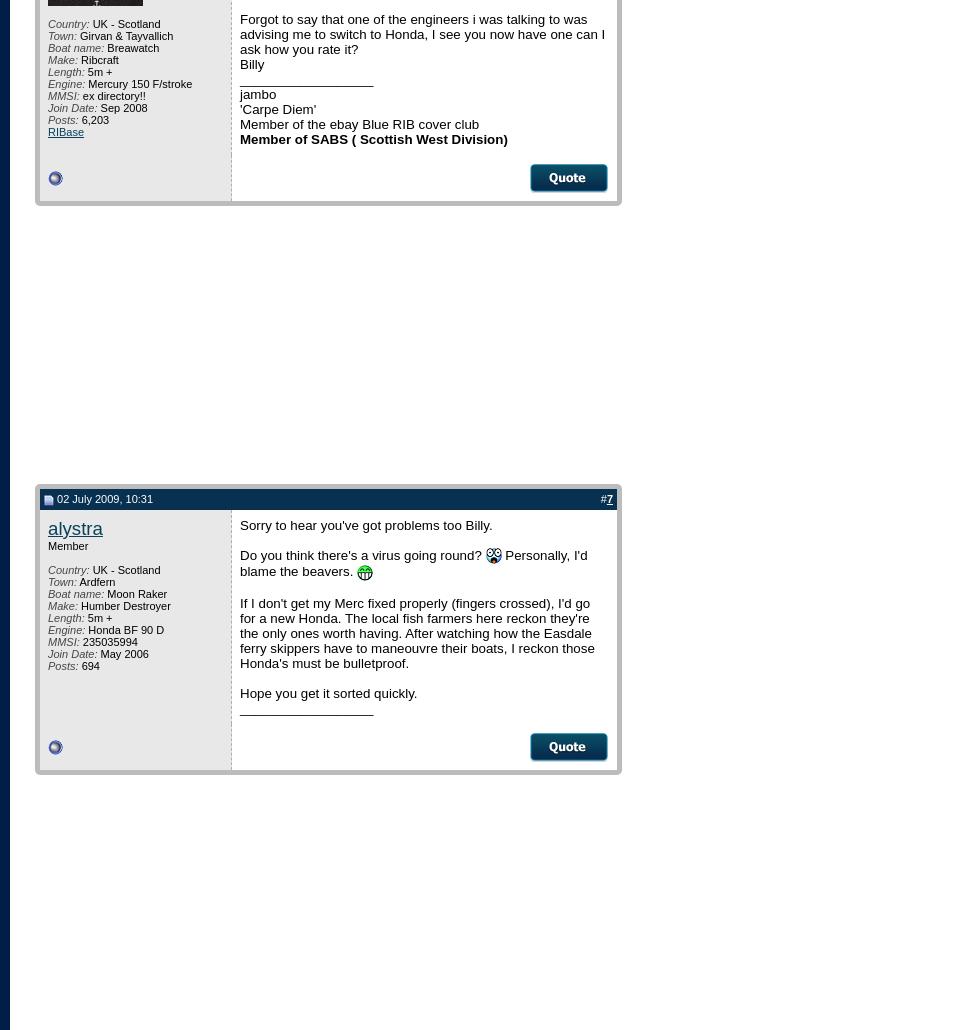  Describe the element at coordinates (138, 84) in the screenshot. I see `'Mercury 150 F/stroke'` at that location.